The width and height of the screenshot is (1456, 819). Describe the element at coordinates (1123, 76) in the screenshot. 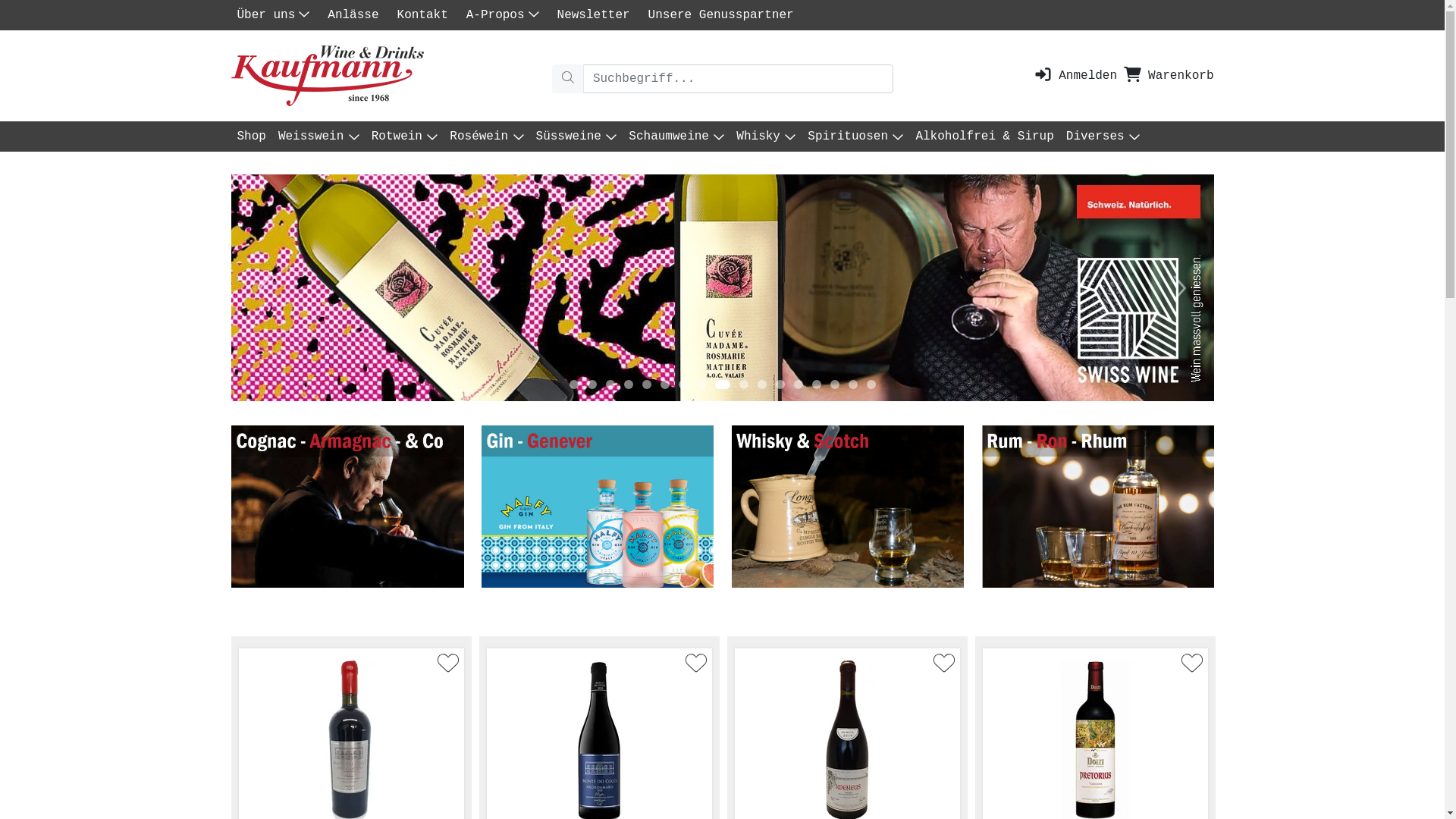

I see `'Warenkorb'` at that location.